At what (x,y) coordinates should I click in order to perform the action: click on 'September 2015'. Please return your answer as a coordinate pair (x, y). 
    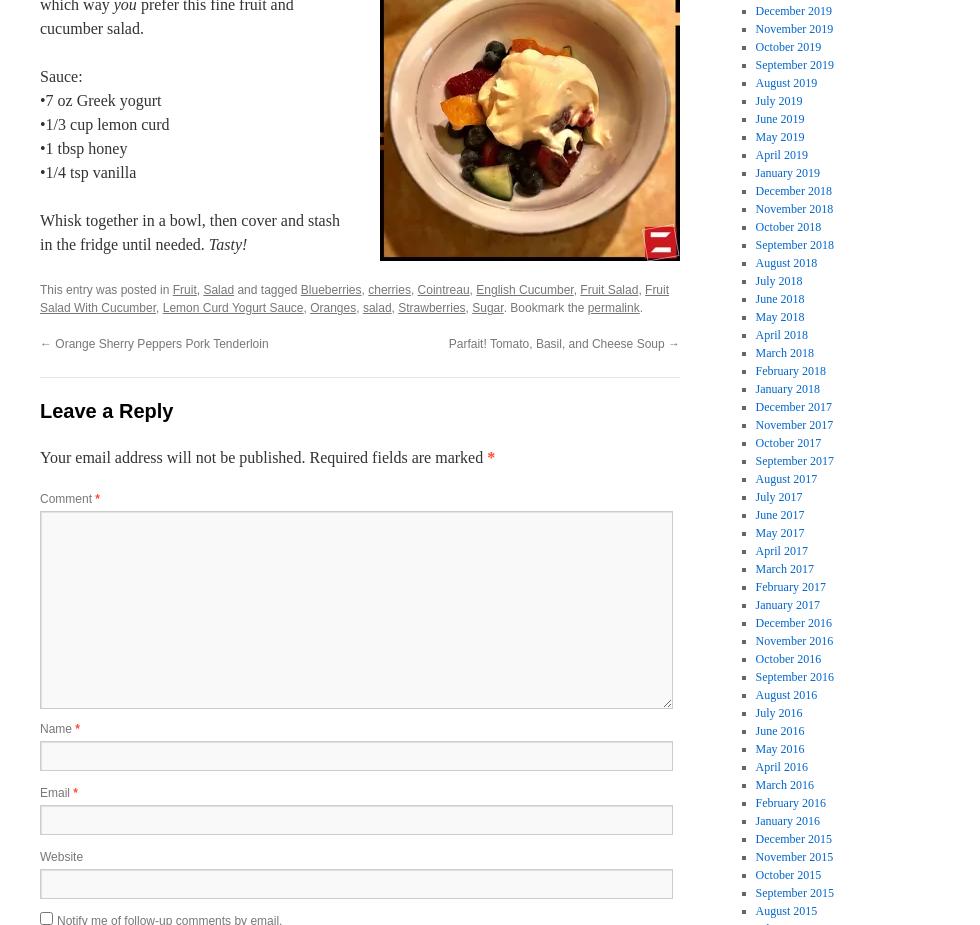
    Looking at the image, I should click on (793, 892).